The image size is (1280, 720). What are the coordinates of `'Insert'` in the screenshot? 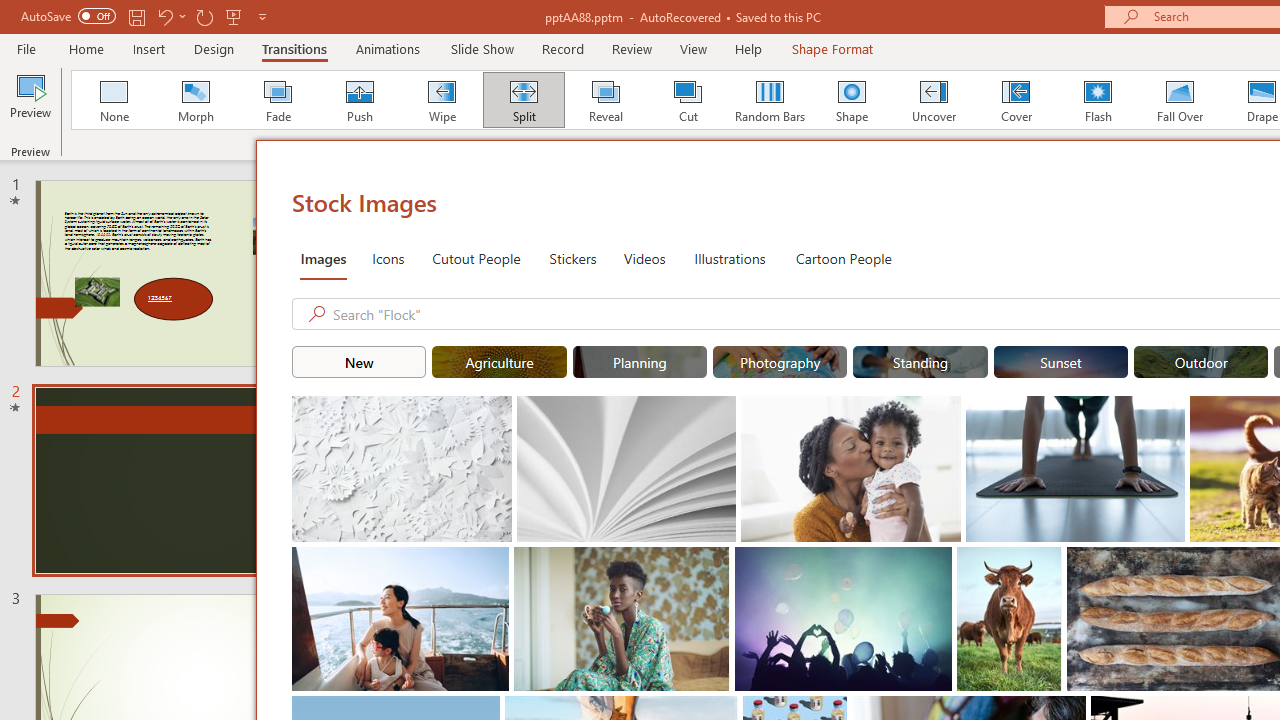 It's located at (148, 48).